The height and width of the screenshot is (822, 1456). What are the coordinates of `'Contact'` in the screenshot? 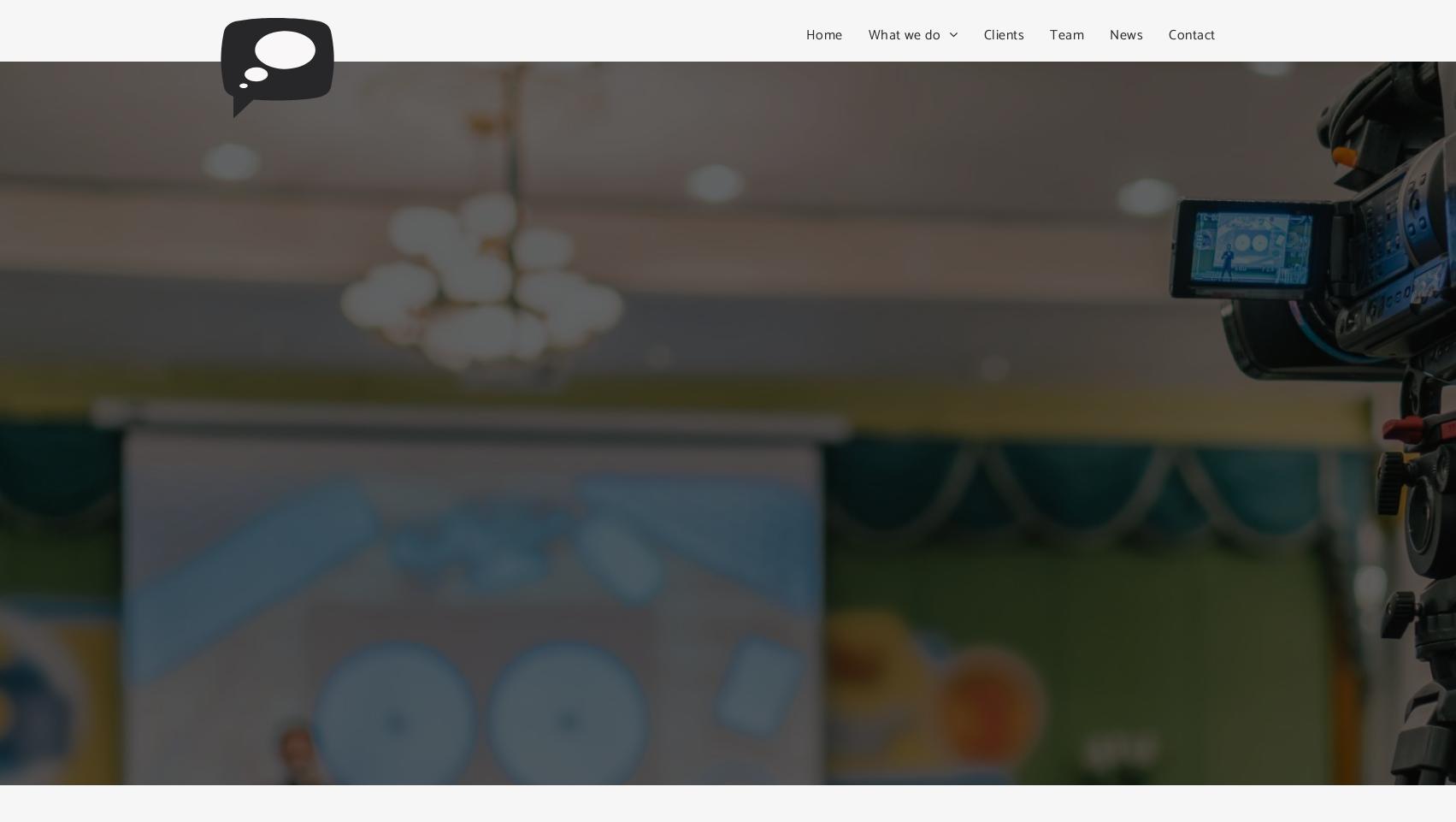 It's located at (1168, 33).